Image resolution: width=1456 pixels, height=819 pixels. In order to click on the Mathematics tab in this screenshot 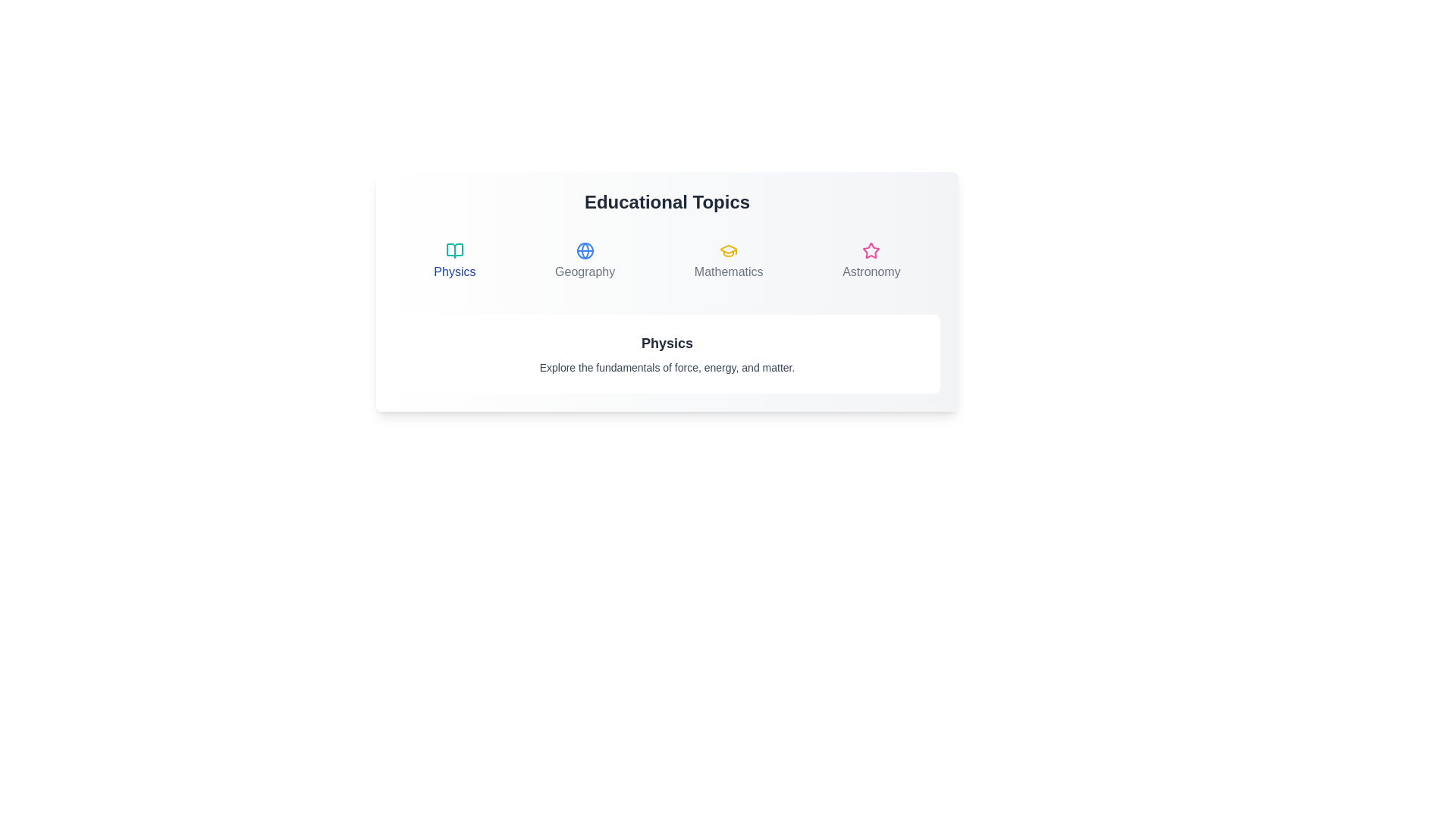, I will do `click(729, 260)`.